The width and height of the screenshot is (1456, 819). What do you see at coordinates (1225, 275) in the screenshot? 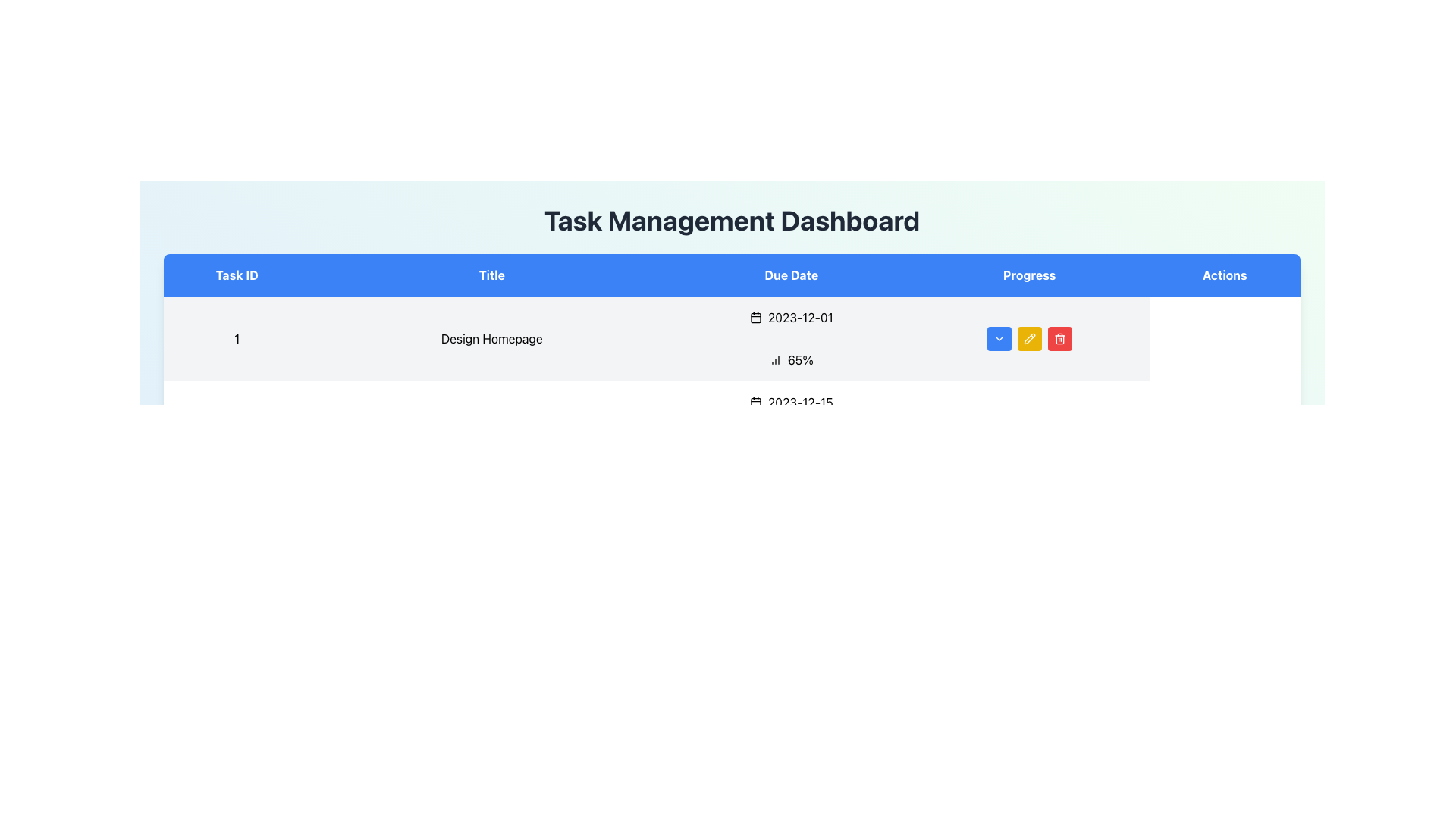
I see `the header label for the 'Actions' column, which is the fifth column in a grid or table, indicating actions related to tasks` at bounding box center [1225, 275].